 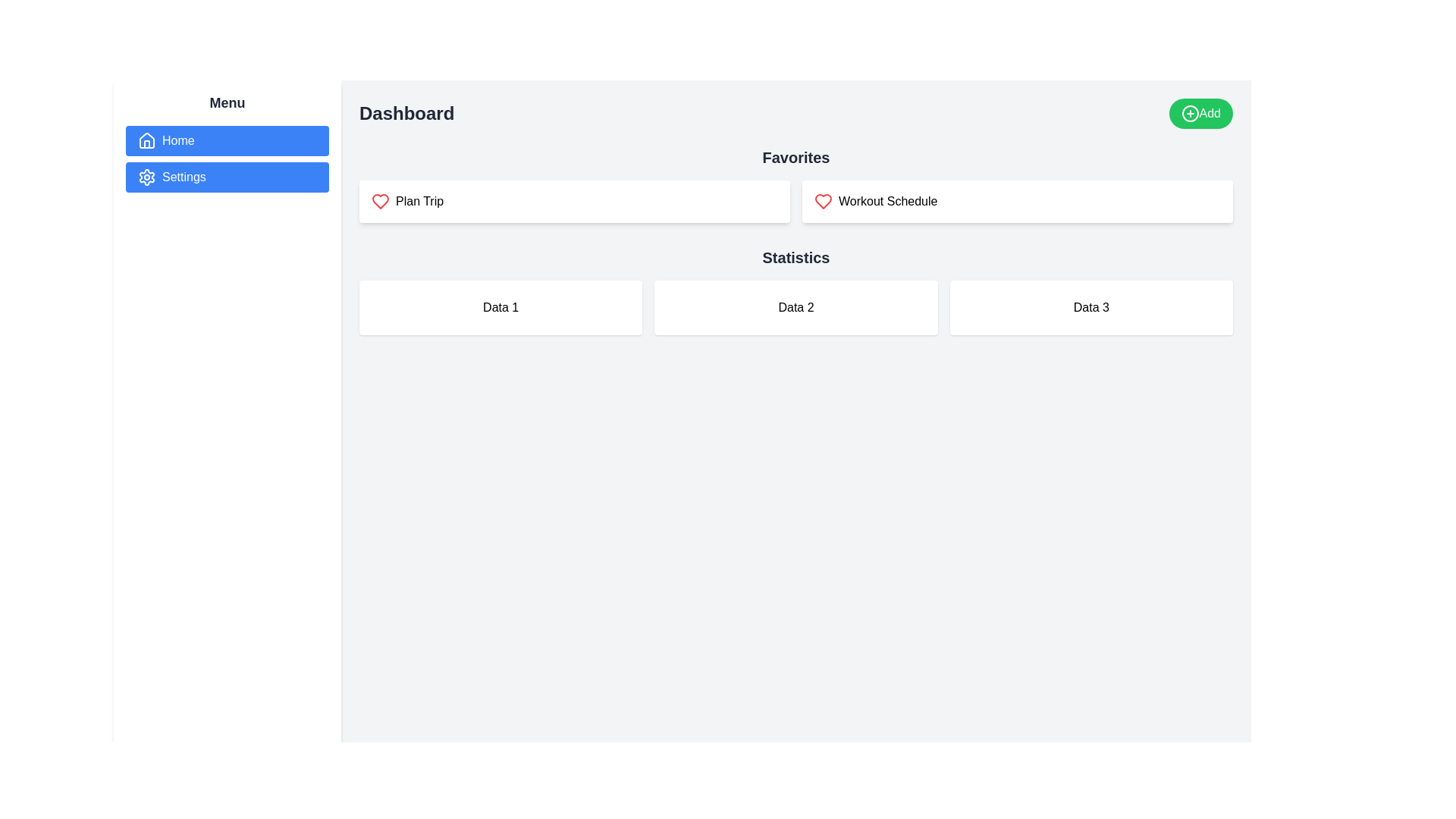 I want to click on the 'Plan Trip' button, which is a rectangular button with rounded corners, white background, and a red heart icon on the left, so click(x=574, y=201).